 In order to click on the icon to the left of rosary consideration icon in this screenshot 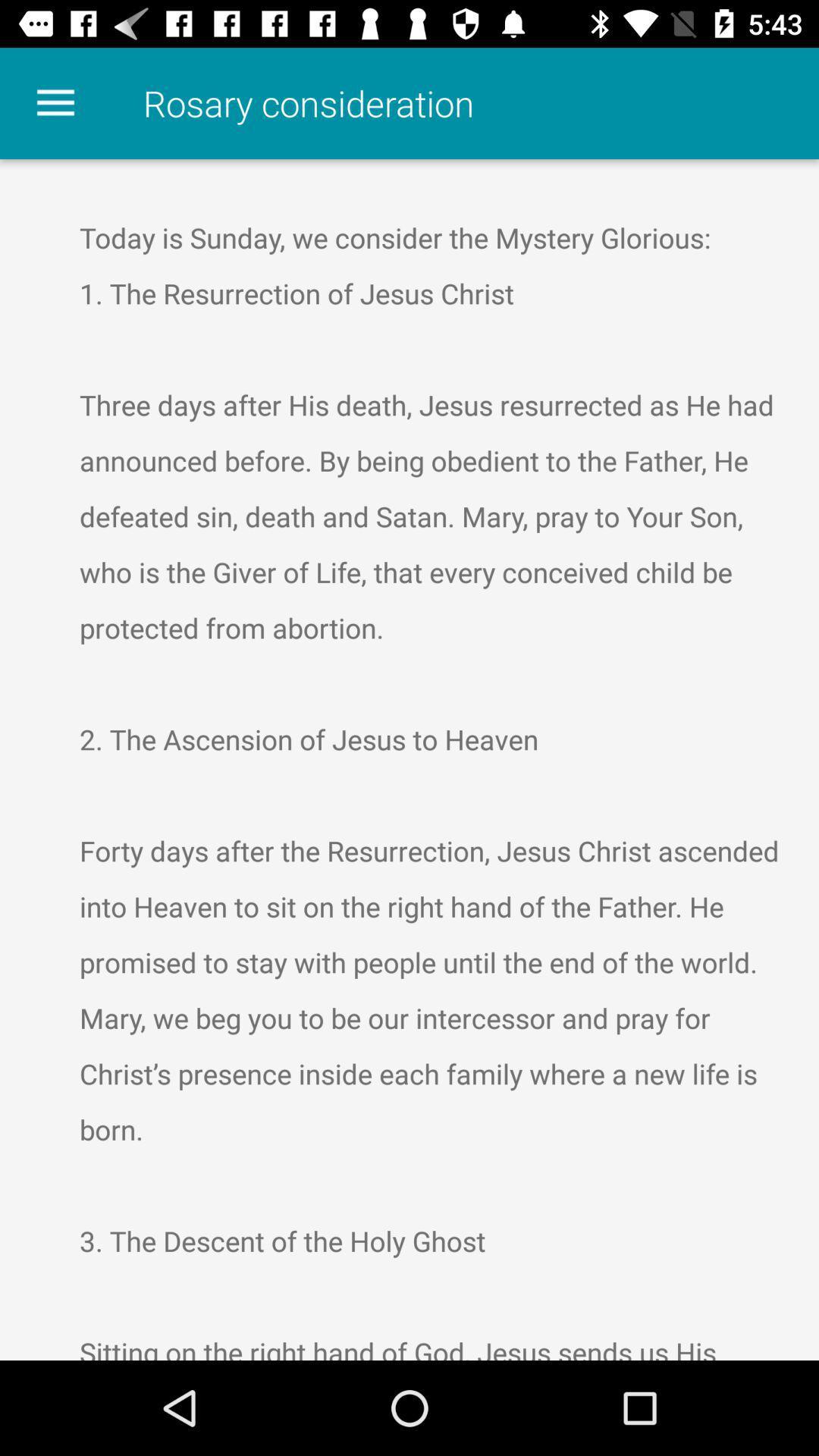, I will do `click(55, 102)`.